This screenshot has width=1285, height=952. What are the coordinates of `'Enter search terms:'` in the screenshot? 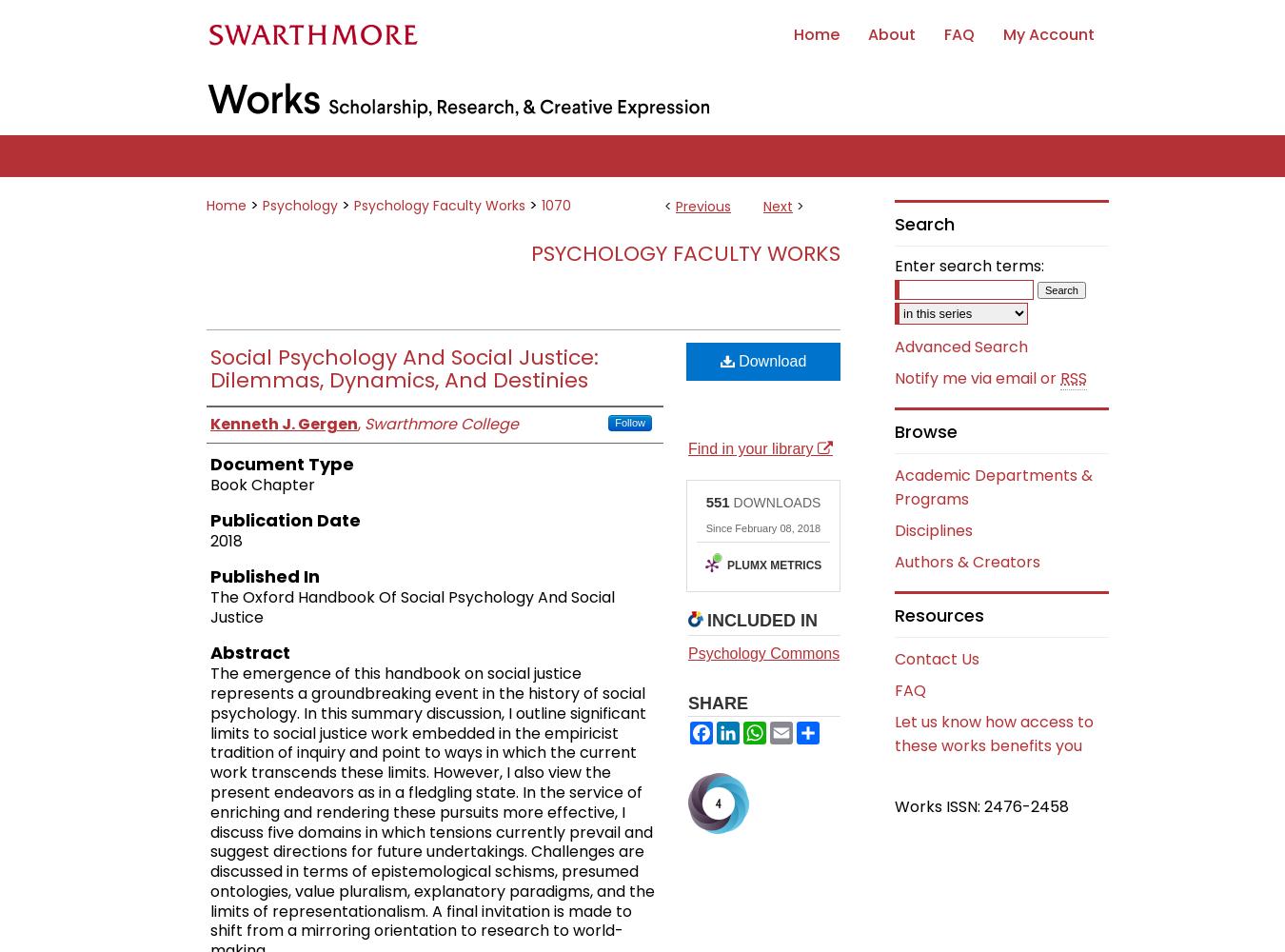 It's located at (969, 266).